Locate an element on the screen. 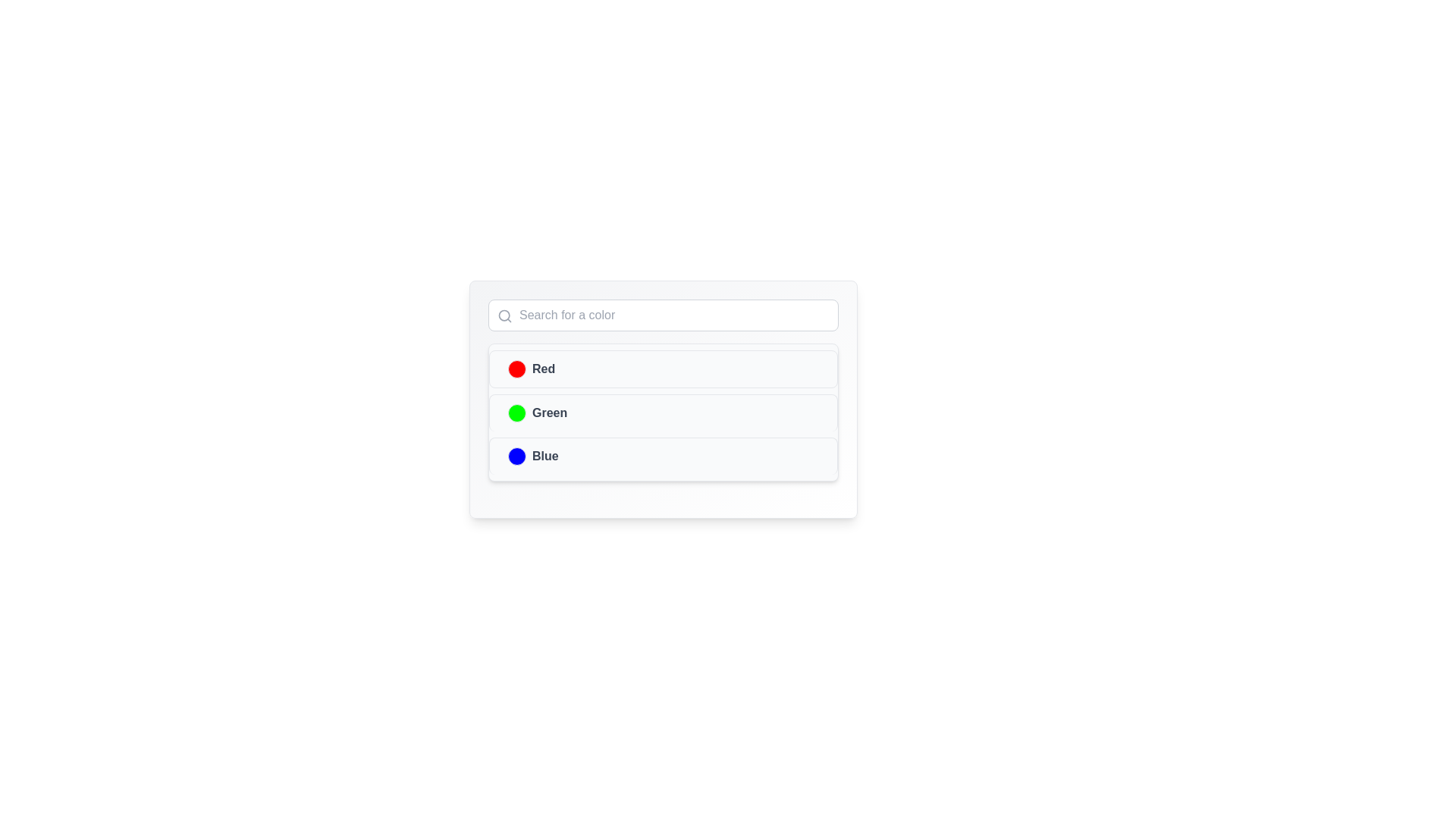 This screenshot has width=1456, height=819. the SVG circle element styled as part of a magnifying glass icon located in the top-left corner of the search input field is located at coordinates (504, 315).